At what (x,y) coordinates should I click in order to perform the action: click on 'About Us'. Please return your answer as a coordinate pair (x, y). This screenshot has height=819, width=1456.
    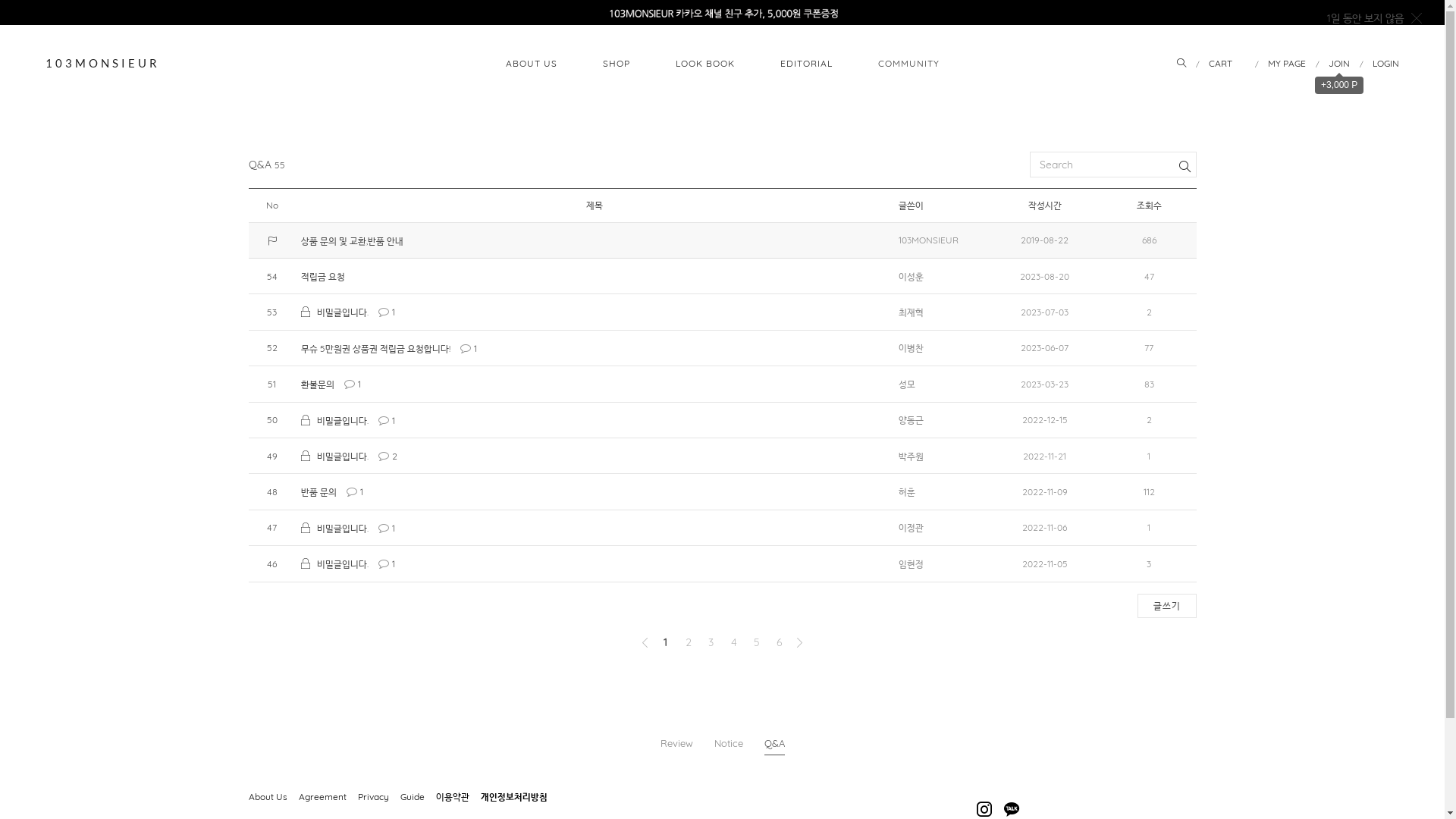
    Looking at the image, I should click on (273, 795).